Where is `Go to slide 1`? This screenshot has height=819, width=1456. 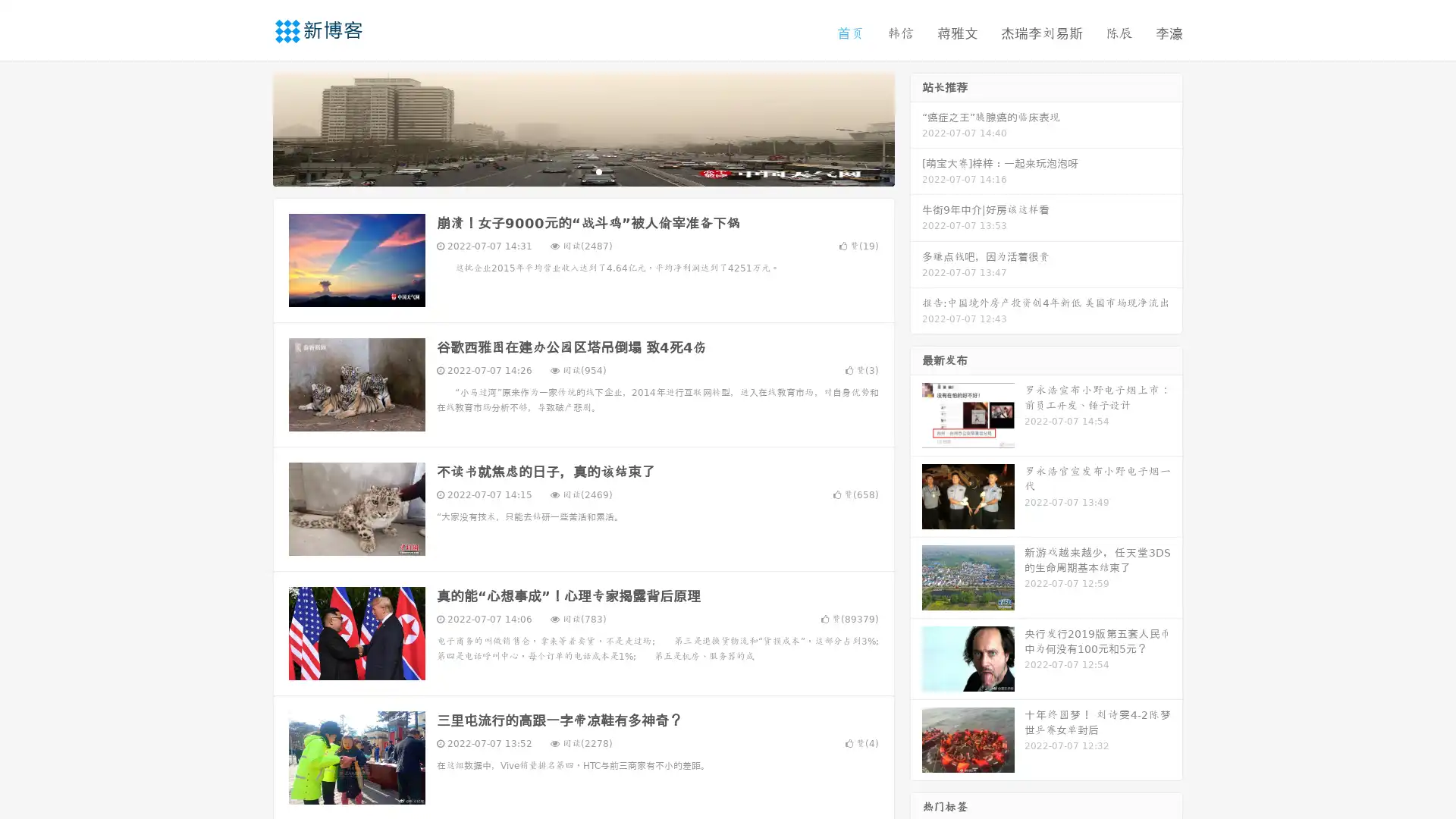
Go to slide 1 is located at coordinates (567, 171).